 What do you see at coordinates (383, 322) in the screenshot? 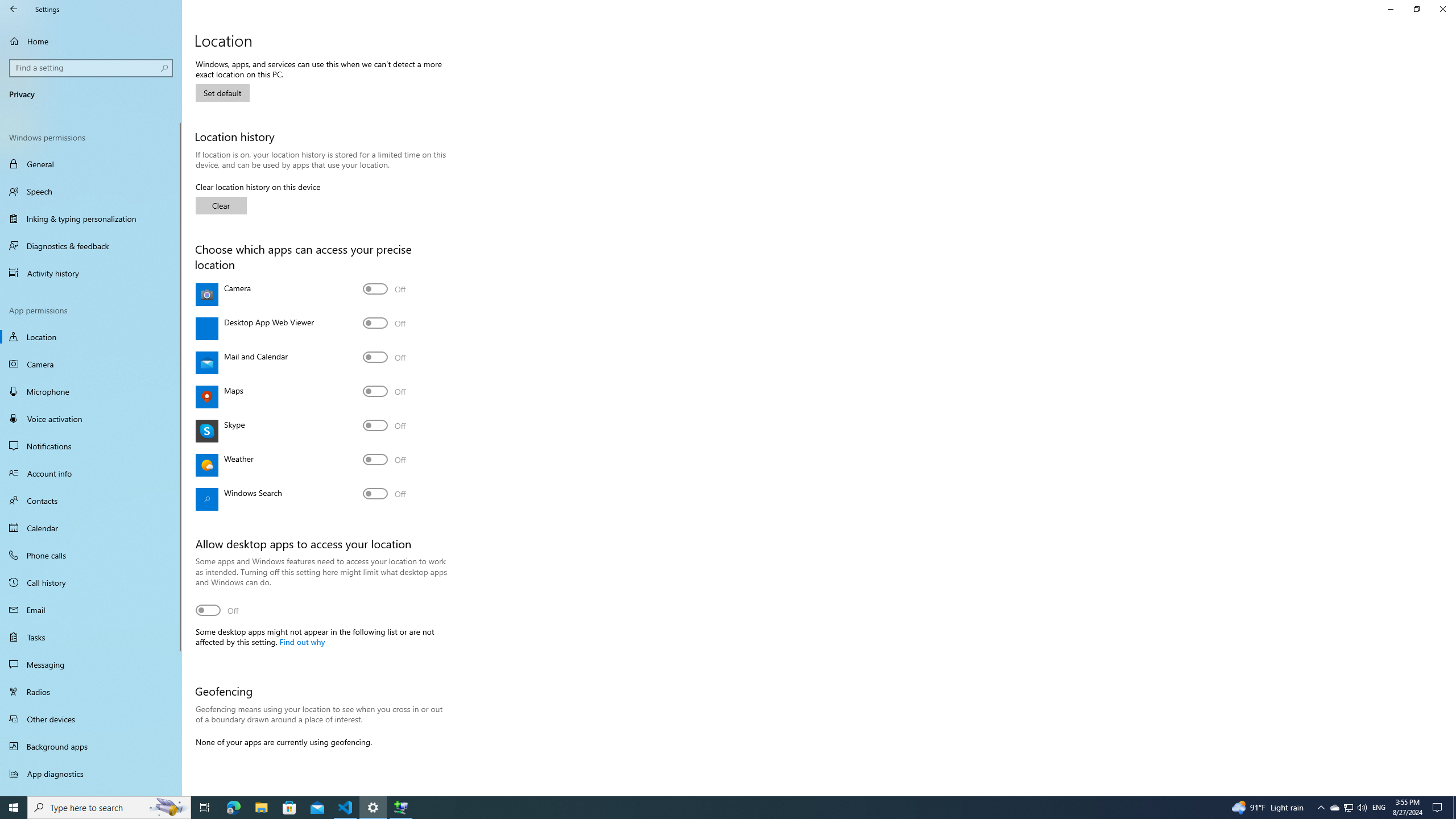
I see `'Desktop App Web Viewer'` at bounding box center [383, 322].